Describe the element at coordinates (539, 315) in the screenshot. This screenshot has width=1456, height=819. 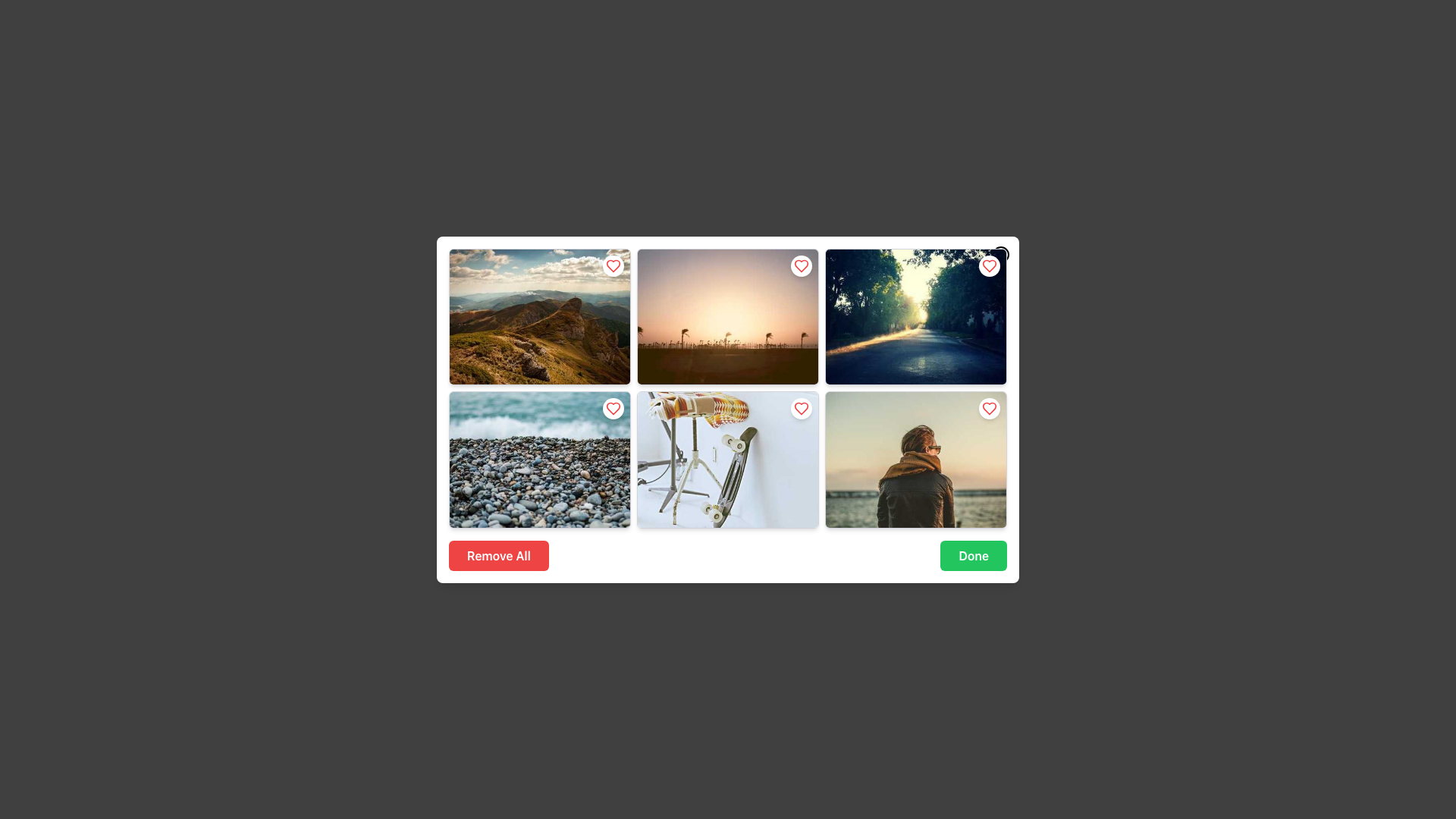
I see `the mountain landscape image` at that location.